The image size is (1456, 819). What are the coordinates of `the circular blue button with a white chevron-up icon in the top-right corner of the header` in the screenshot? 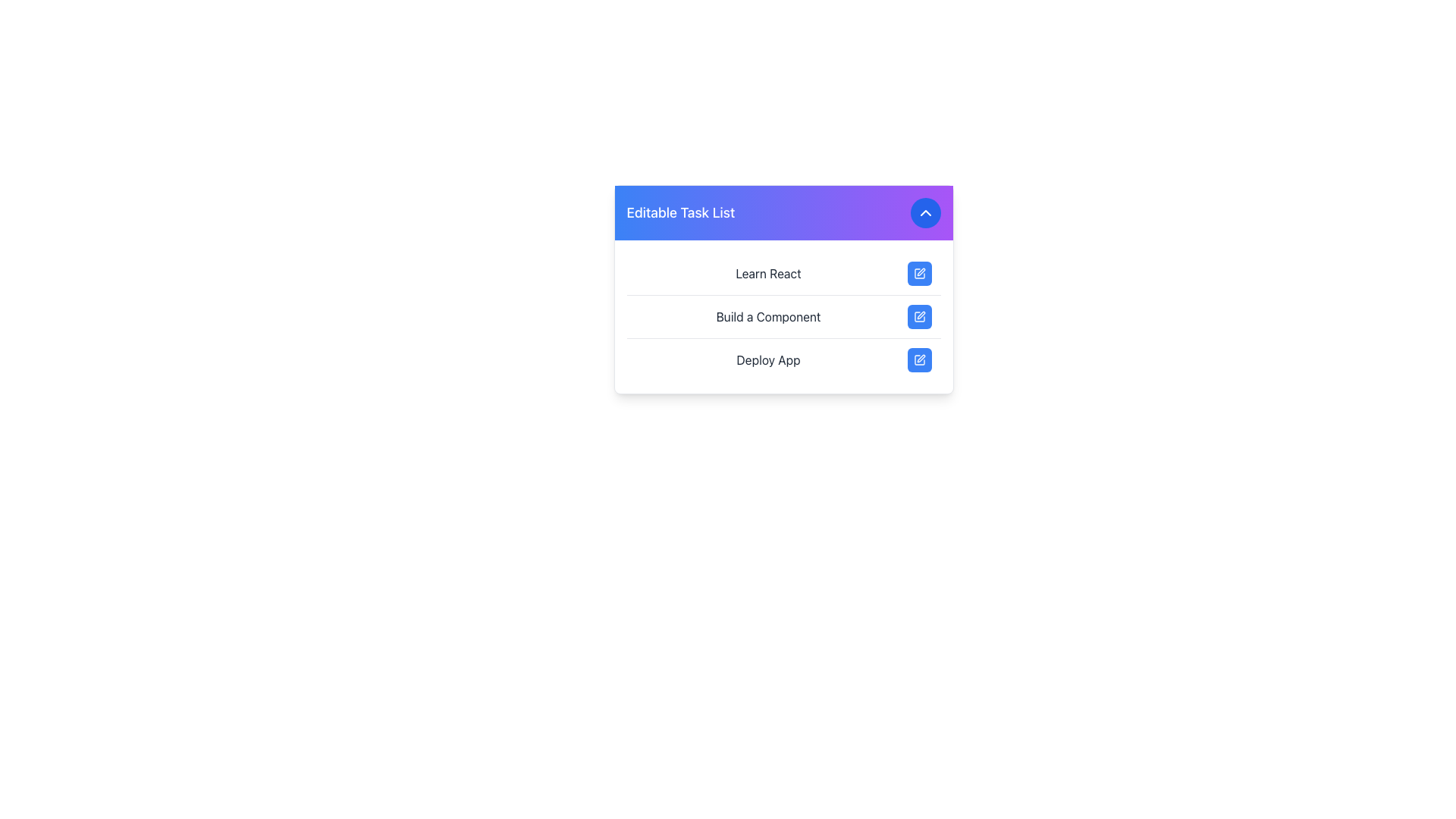 It's located at (924, 213).